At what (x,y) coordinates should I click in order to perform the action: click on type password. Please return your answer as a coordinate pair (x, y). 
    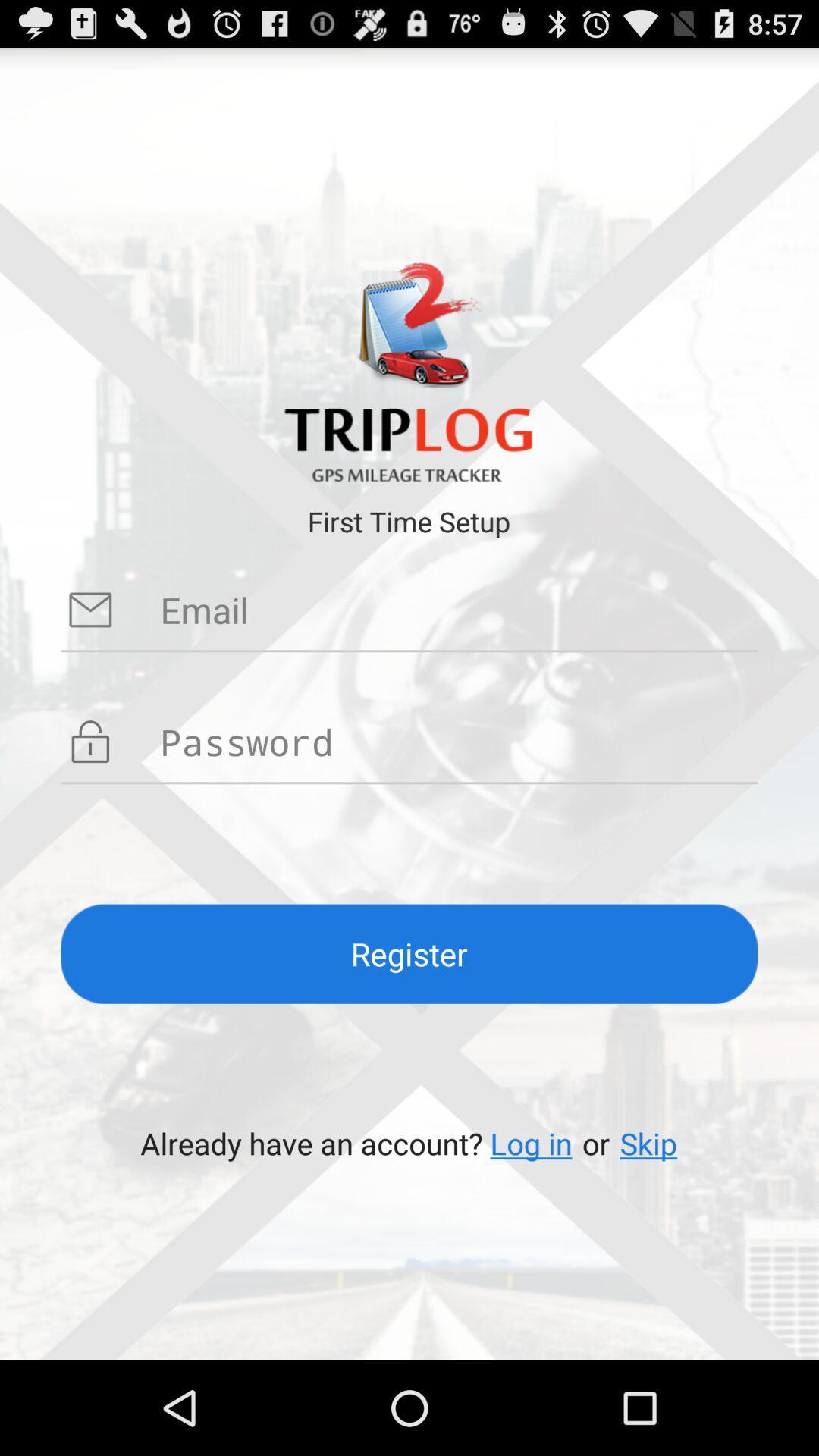
    Looking at the image, I should click on (458, 742).